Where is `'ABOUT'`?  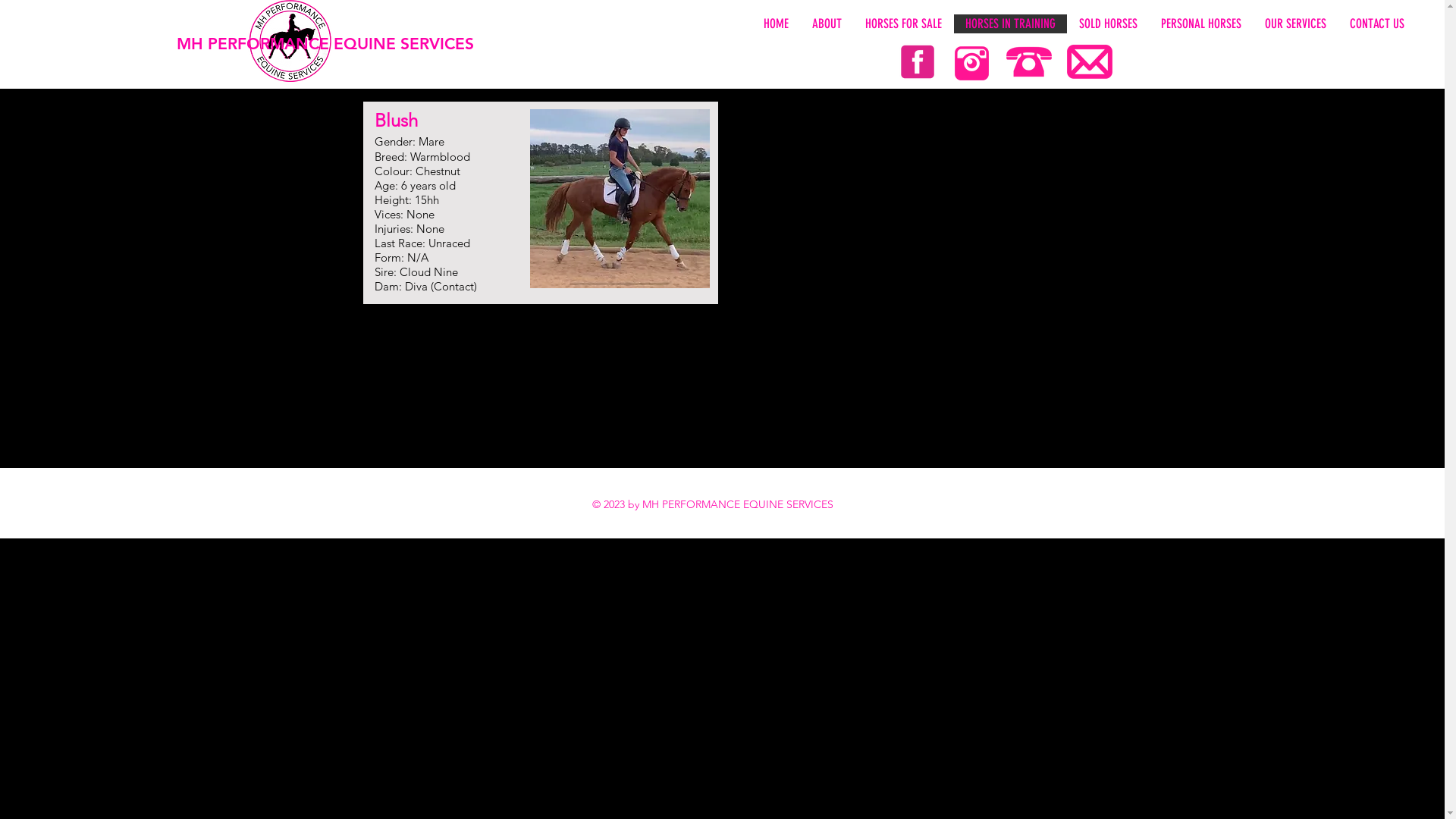
'ABOUT' is located at coordinates (825, 24).